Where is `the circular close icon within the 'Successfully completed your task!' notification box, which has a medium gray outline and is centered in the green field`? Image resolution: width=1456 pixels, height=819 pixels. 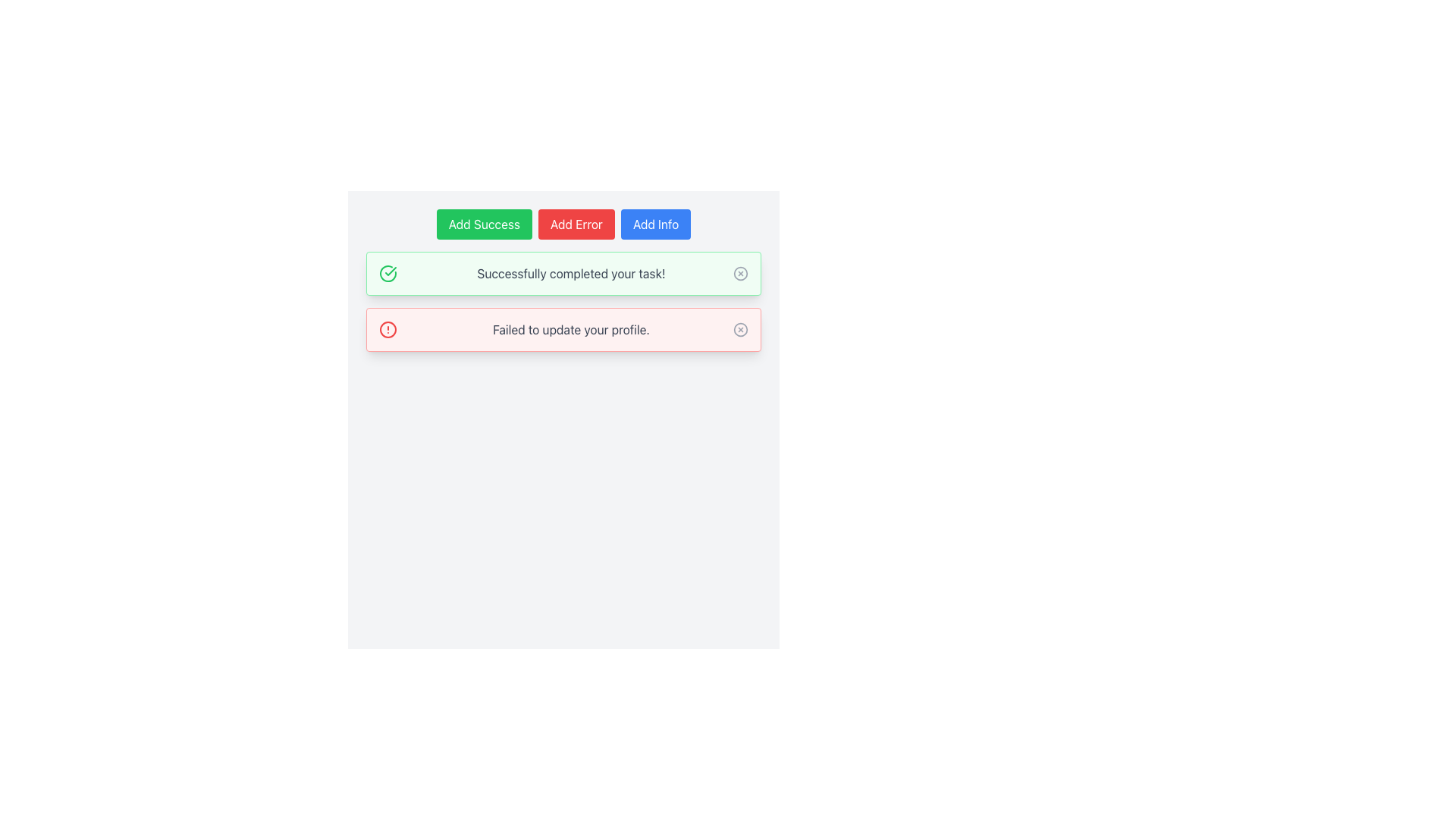
the circular close icon within the 'Successfully completed your task!' notification box, which has a medium gray outline and is centered in the green field is located at coordinates (741, 274).